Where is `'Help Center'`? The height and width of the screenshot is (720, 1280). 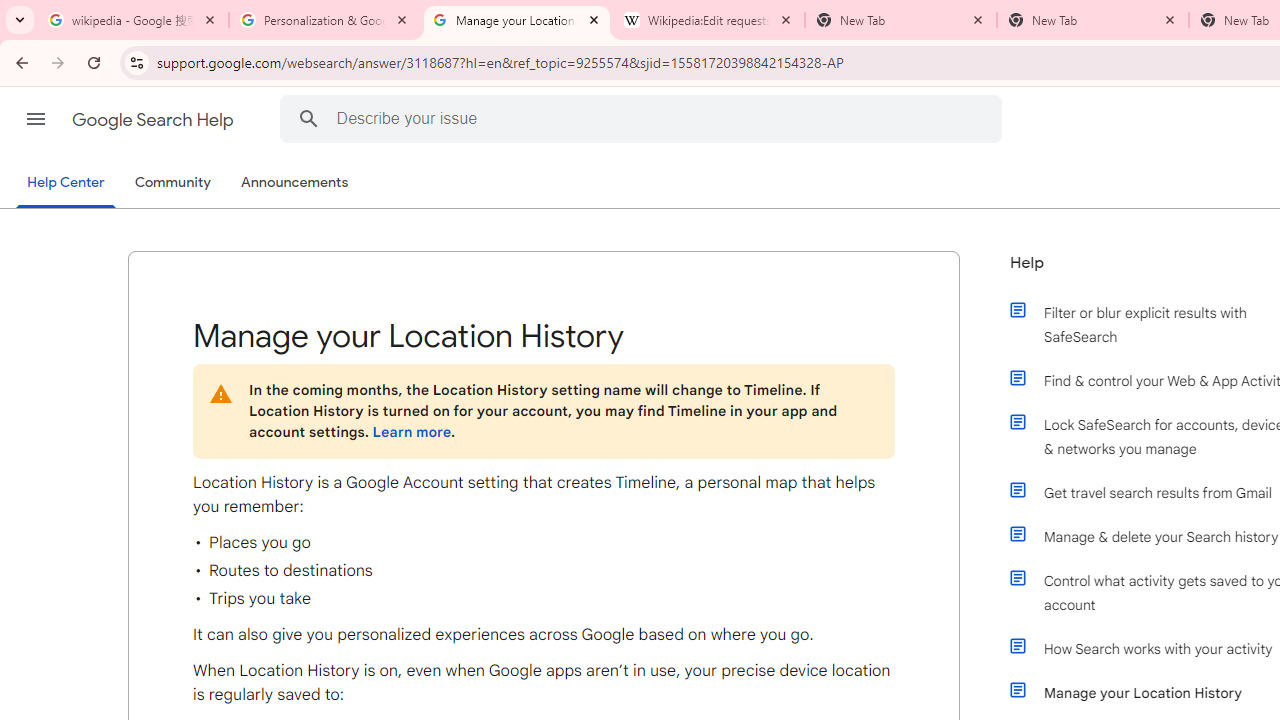 'Help Center' is located at coordinates (65, 183).